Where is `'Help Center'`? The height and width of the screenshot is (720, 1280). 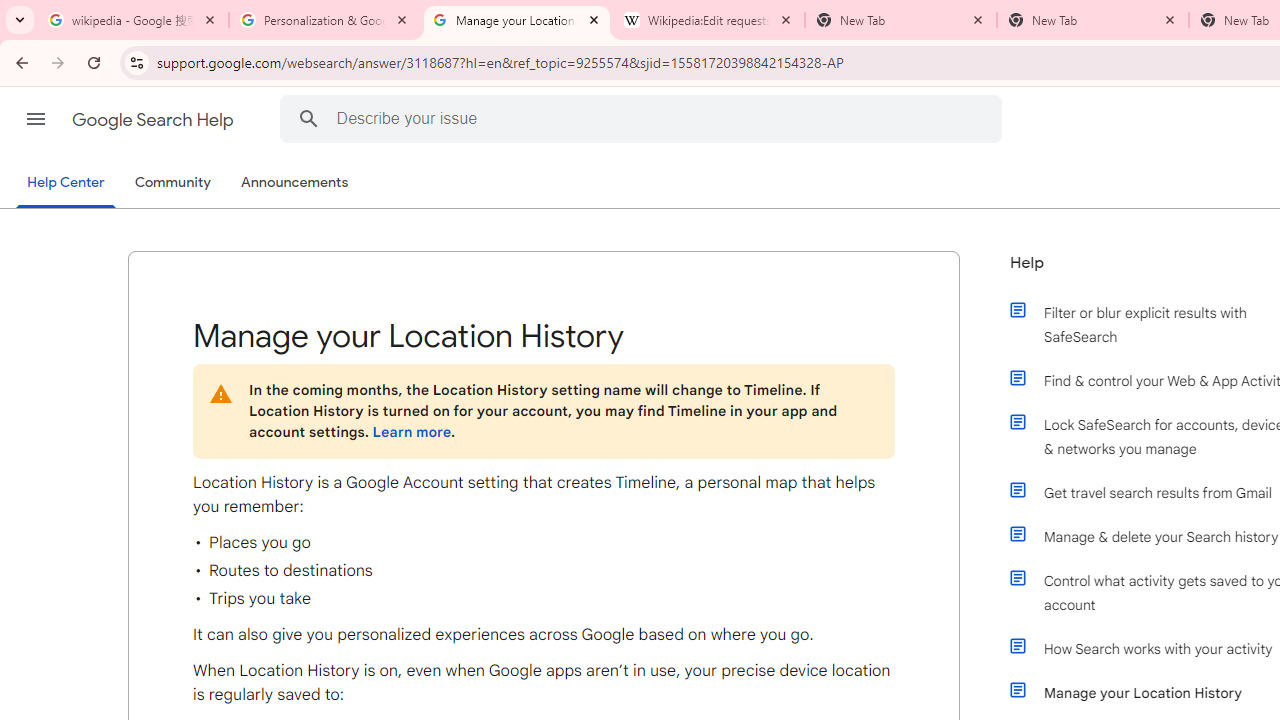 'Help Center' is located at coordinates (65, 183).